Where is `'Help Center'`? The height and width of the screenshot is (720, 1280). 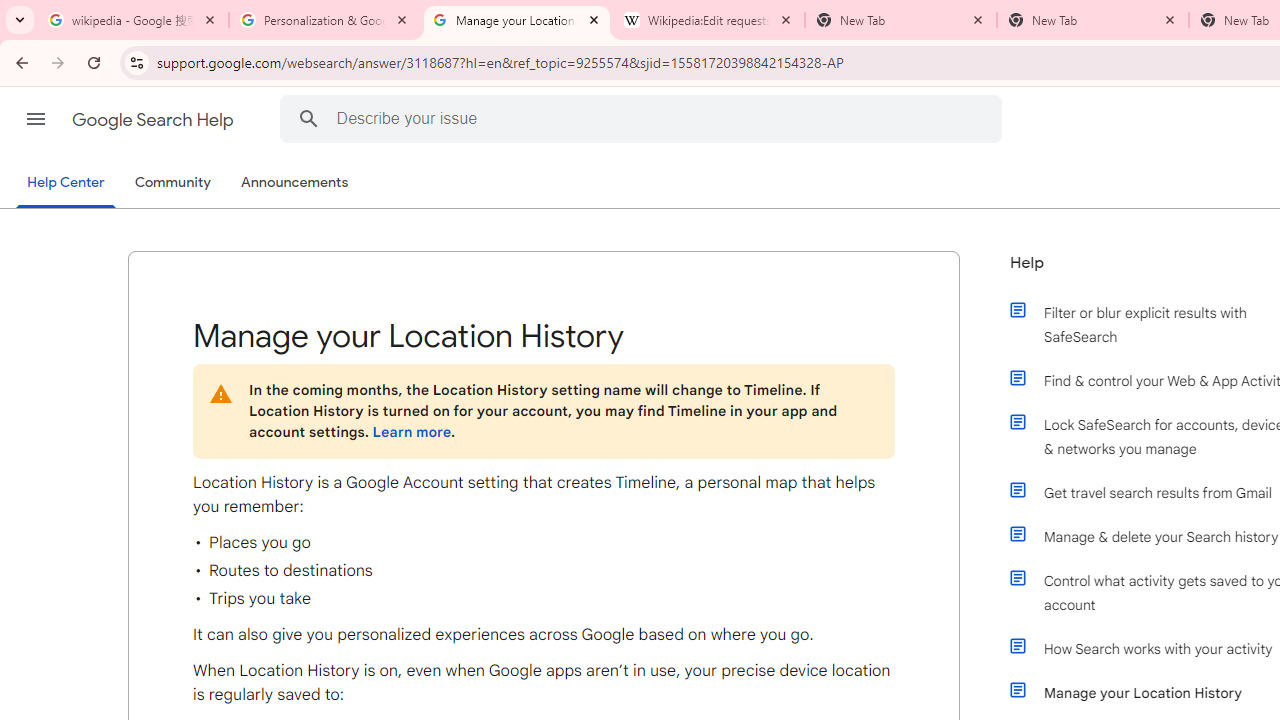 'Help Center' is located at coordinates (65, 183).